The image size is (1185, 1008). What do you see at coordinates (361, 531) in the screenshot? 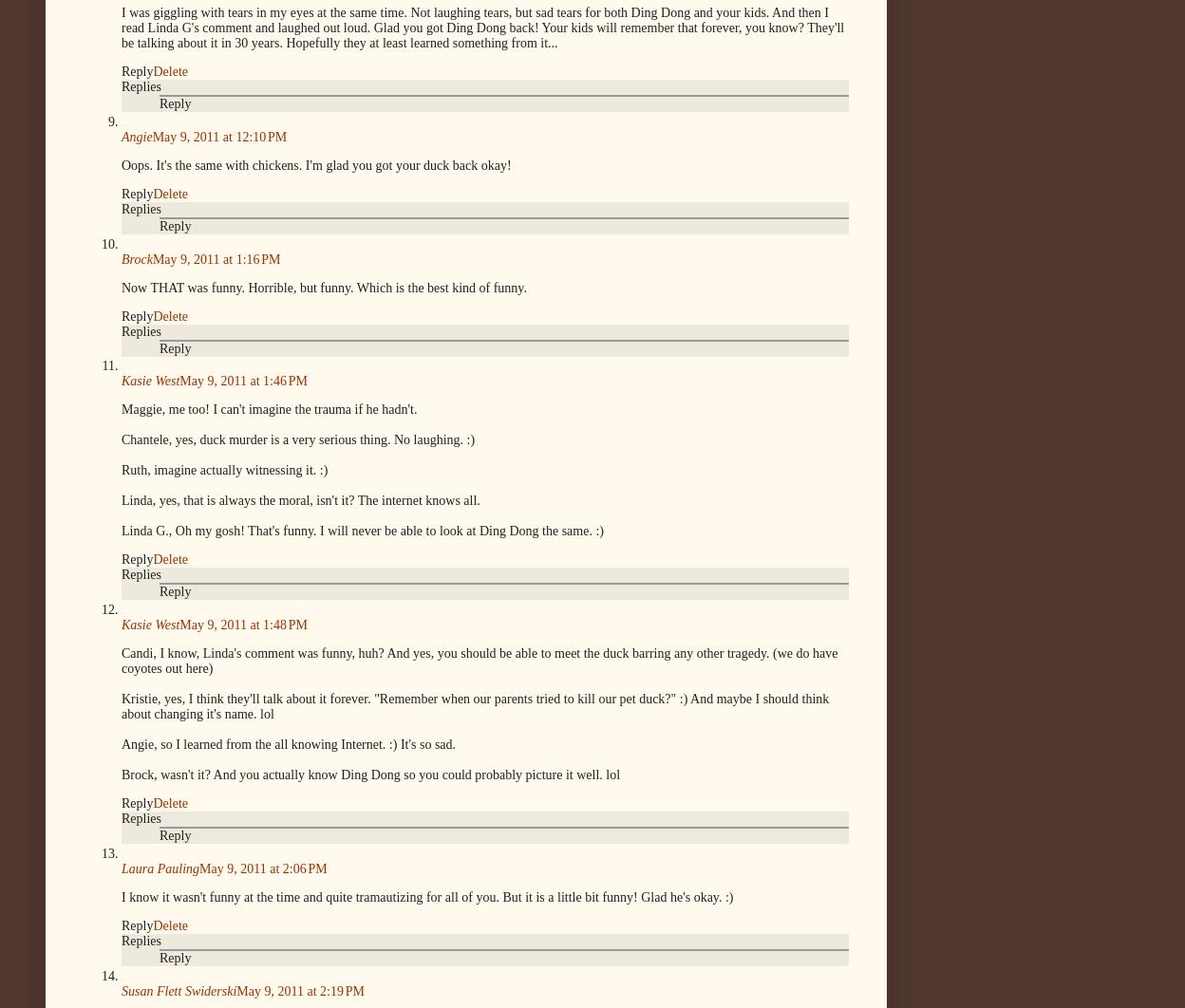
I see `'Linda G., Oh my gosh! That's funny. I will never be able to look at Ding Dong the same. :)'` at bounding box center [361, 531].